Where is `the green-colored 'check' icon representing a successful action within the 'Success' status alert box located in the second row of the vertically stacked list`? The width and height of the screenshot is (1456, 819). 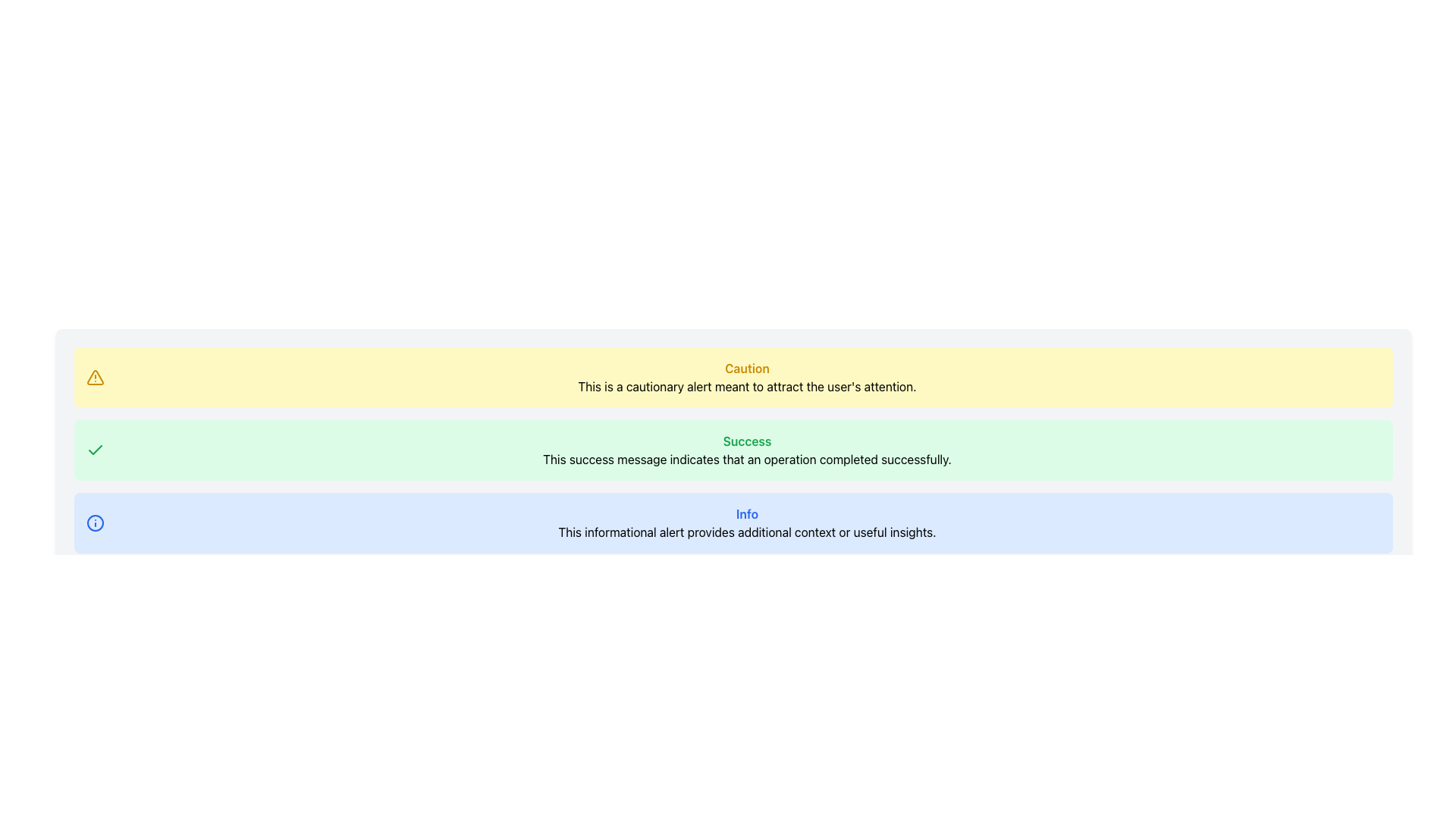 the green-colored 'check' icon representing a successful action within the 'Success' status alert box located in the second row of the vertically stacked list is located at coordinates (94, 449).